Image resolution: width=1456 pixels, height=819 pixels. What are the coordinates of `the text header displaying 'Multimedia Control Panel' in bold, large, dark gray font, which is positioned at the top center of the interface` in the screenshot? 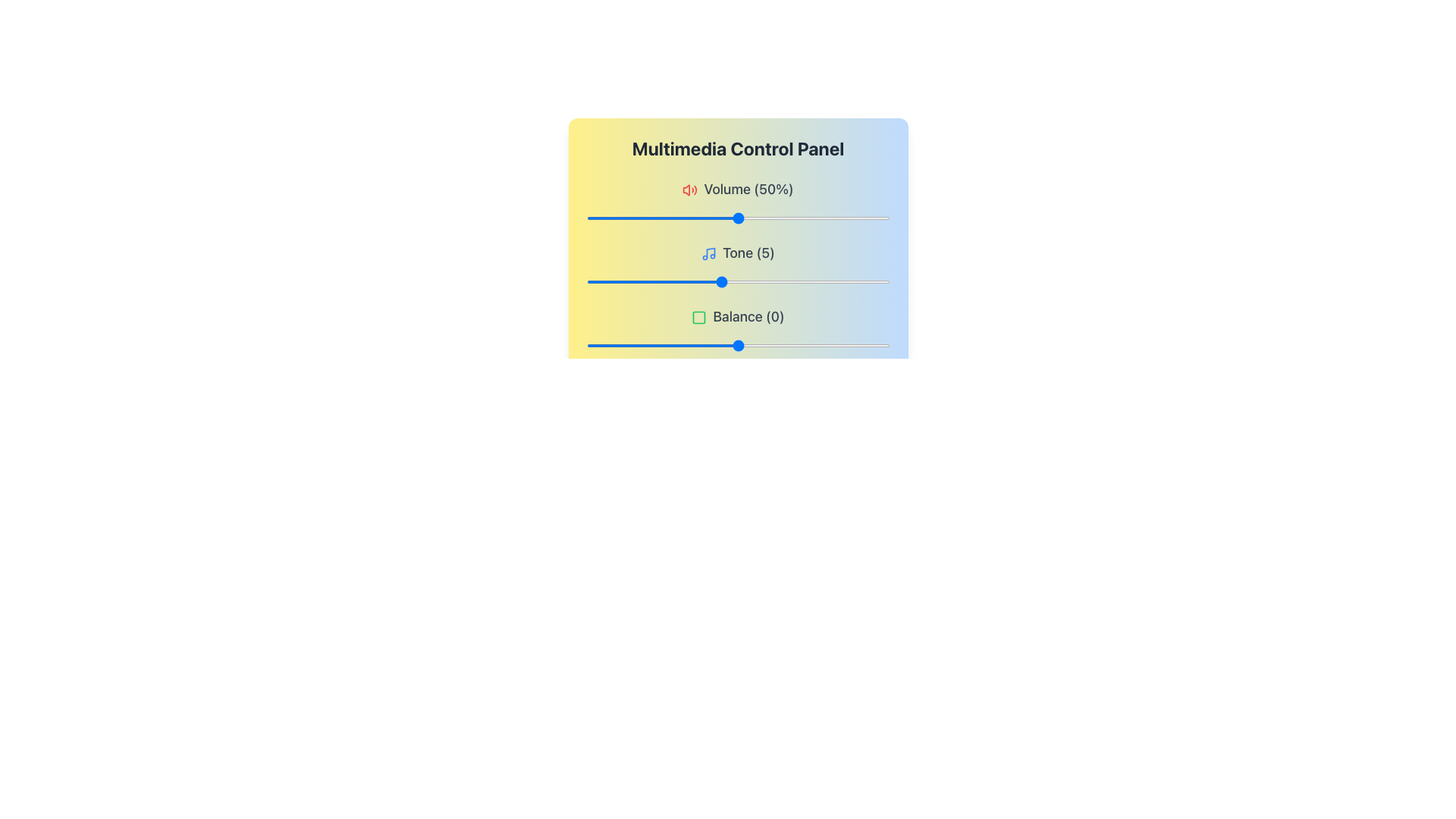 It's located at (738, 149).